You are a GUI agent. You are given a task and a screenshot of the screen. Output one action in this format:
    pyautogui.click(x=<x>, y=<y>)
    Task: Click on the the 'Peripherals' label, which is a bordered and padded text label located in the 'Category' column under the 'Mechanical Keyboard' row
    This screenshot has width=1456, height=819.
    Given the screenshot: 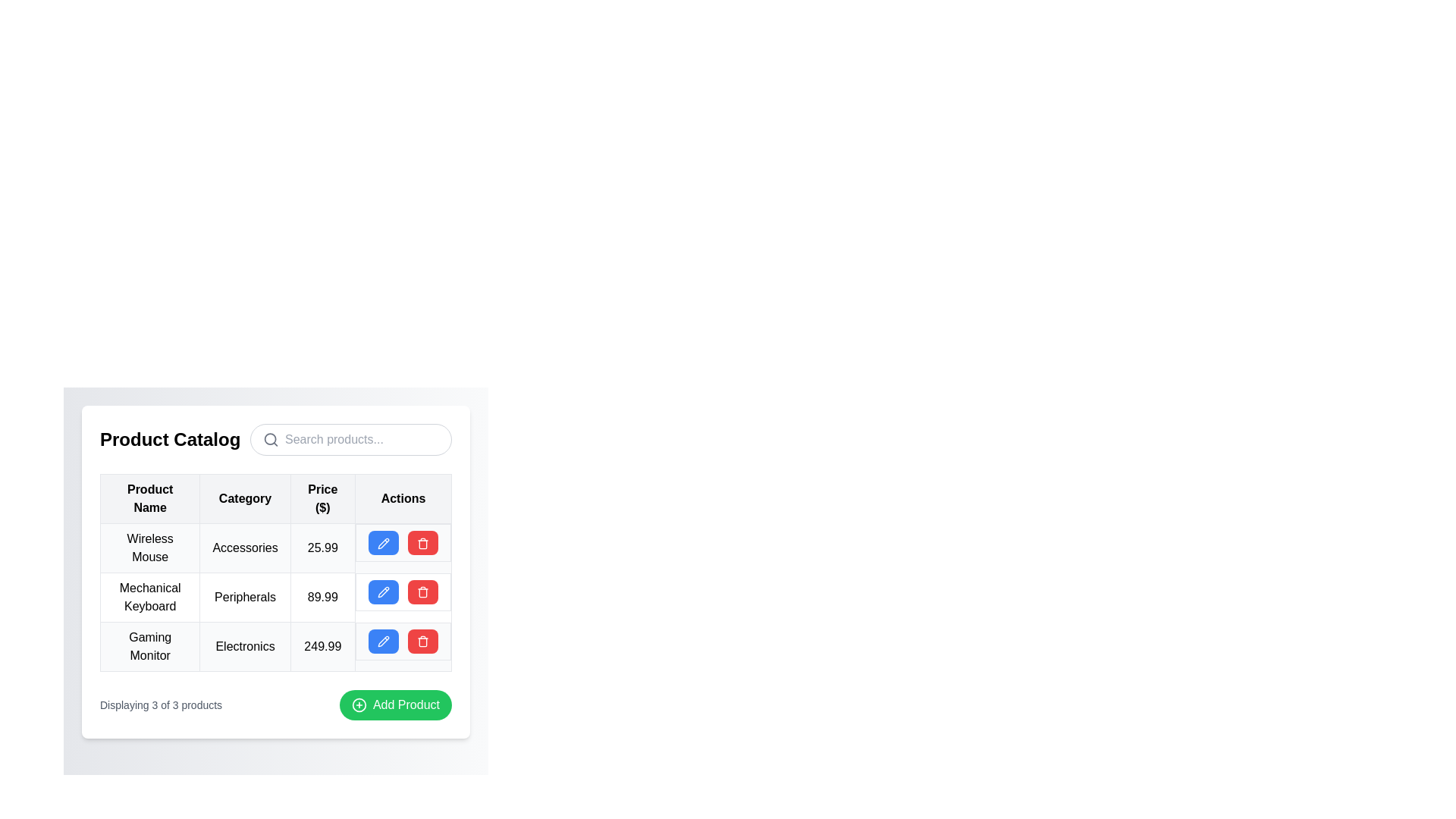 What is the action you would take?
    pyautogui.click(x=245, y=596)
    